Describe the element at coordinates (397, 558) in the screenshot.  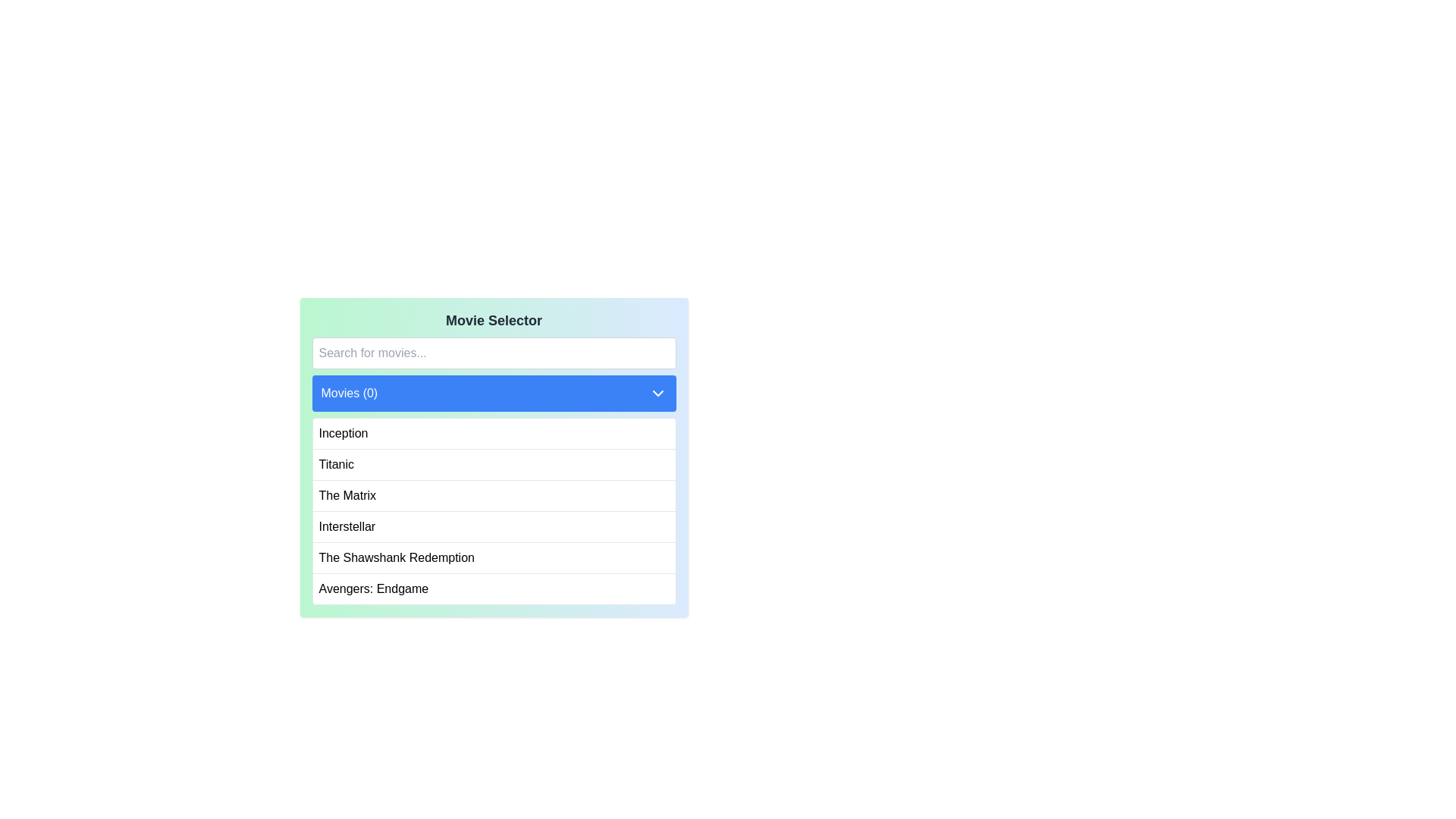
I see `the fifth item in the dropdown list` at that location.